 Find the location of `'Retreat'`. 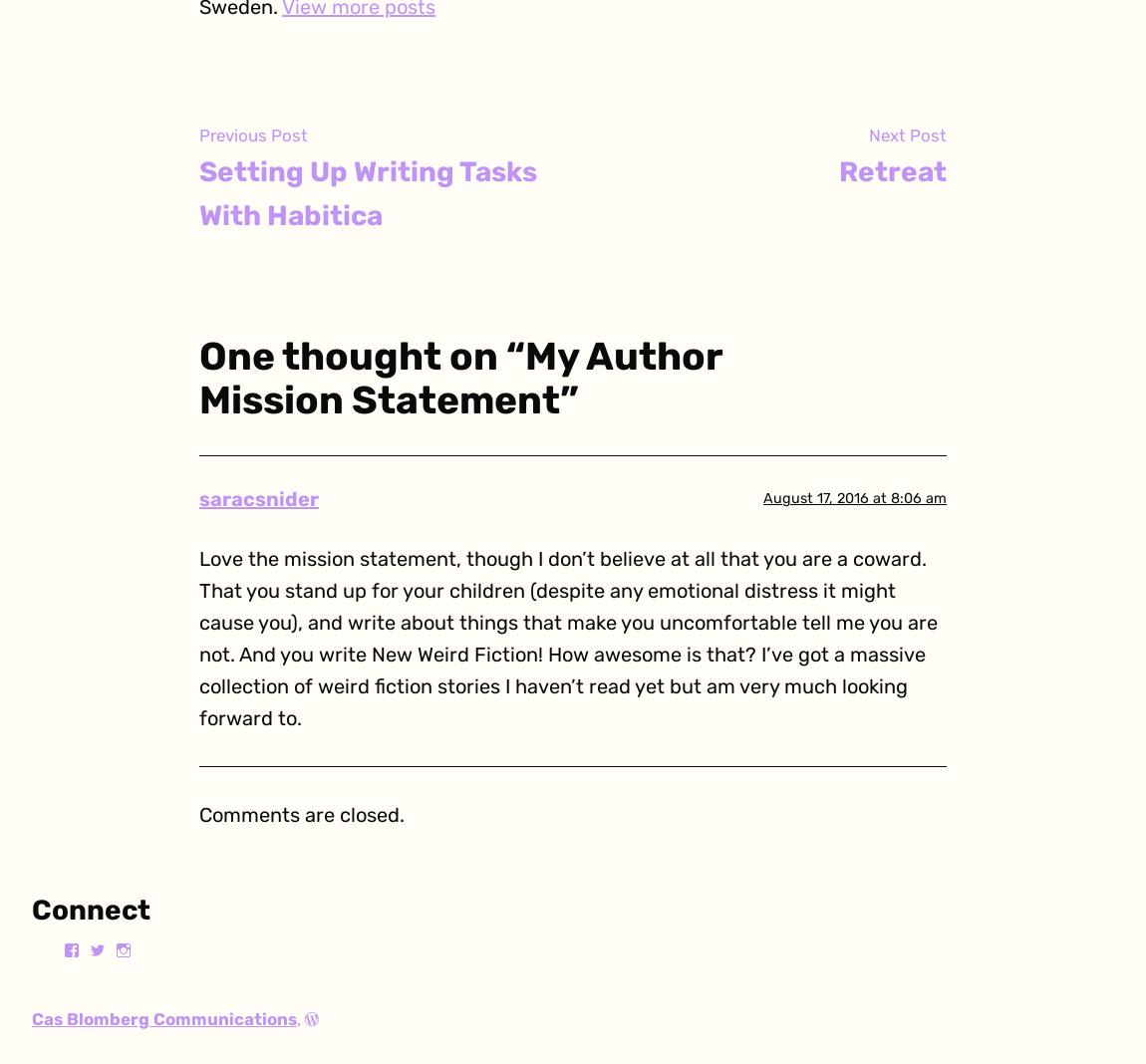

'Retreat' is located at coordinates (838, 170).